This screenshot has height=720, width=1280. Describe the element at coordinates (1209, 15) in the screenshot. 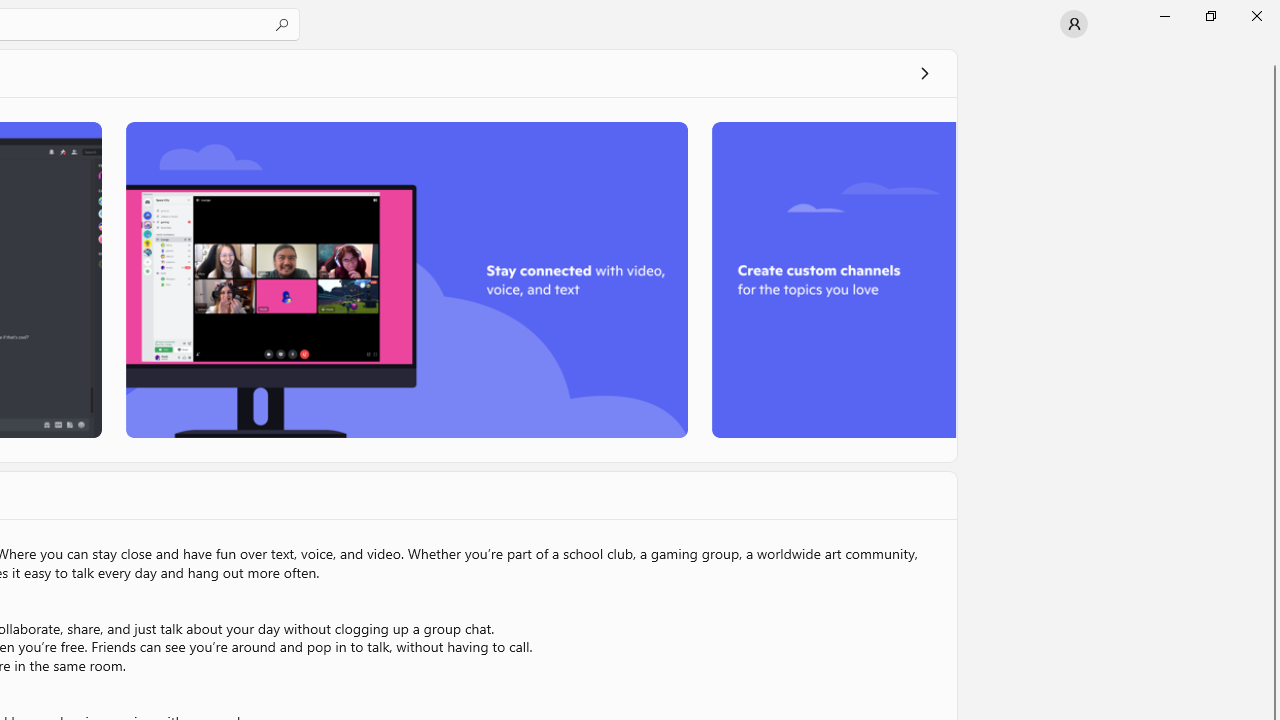

I see `'Restore Microsoft Store'` at that location.